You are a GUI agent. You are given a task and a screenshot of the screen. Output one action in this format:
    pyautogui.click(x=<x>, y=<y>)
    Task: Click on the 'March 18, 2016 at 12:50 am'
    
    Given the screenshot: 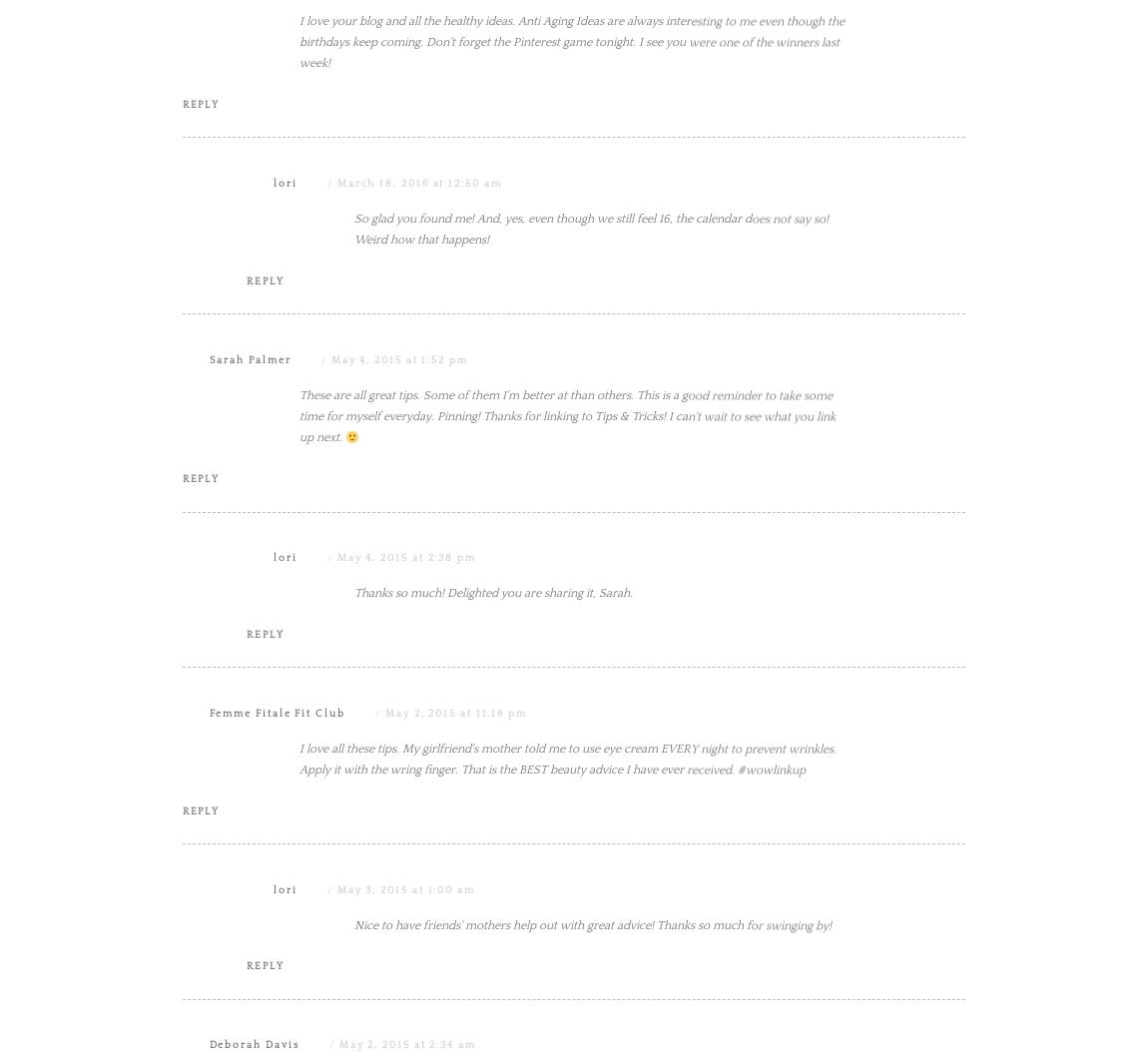 What is the action you would take?
    pyautogui.click(x=335, y=383)
    